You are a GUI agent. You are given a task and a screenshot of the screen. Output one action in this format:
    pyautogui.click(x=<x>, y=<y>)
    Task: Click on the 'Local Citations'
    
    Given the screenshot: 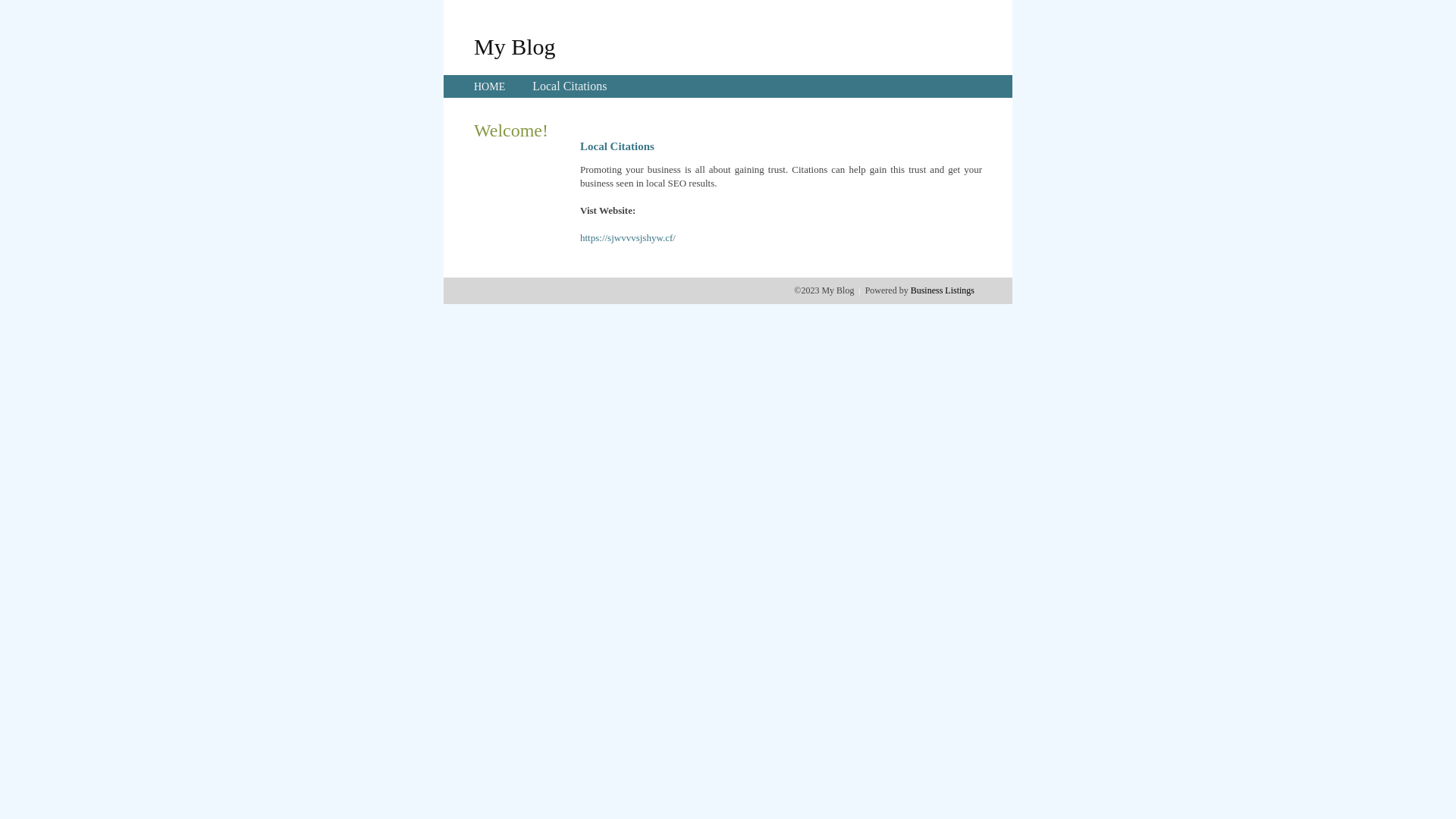 What is the action you would take?
    pyautogui.click(x=568, y=86)
    